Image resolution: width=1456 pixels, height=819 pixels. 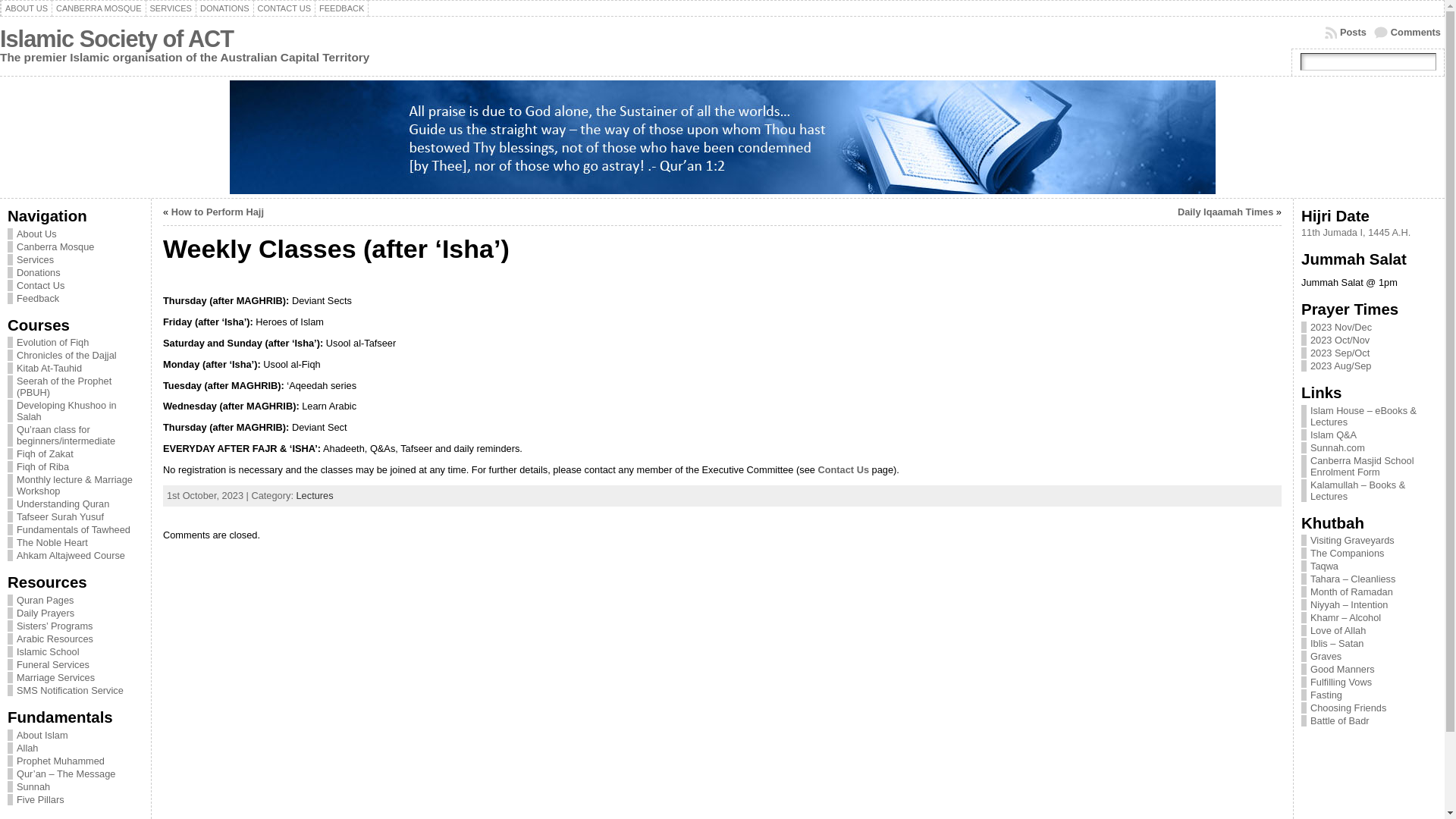 What do you see at coordinates (1310, 465) in the screenshot?
I see `'Canberra Masjid School Enrolment Form'` at bounding box center [1310, 465].